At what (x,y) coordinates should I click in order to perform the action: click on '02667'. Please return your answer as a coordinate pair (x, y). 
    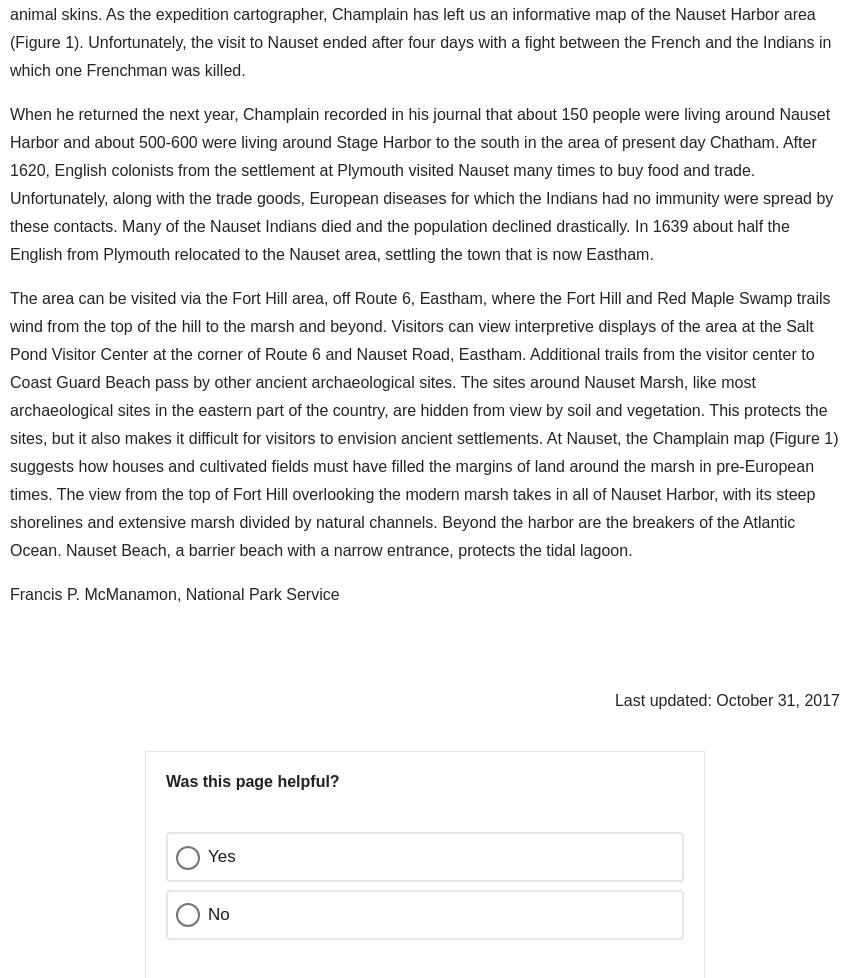
    Looking at the image, I should click on (120, 277).